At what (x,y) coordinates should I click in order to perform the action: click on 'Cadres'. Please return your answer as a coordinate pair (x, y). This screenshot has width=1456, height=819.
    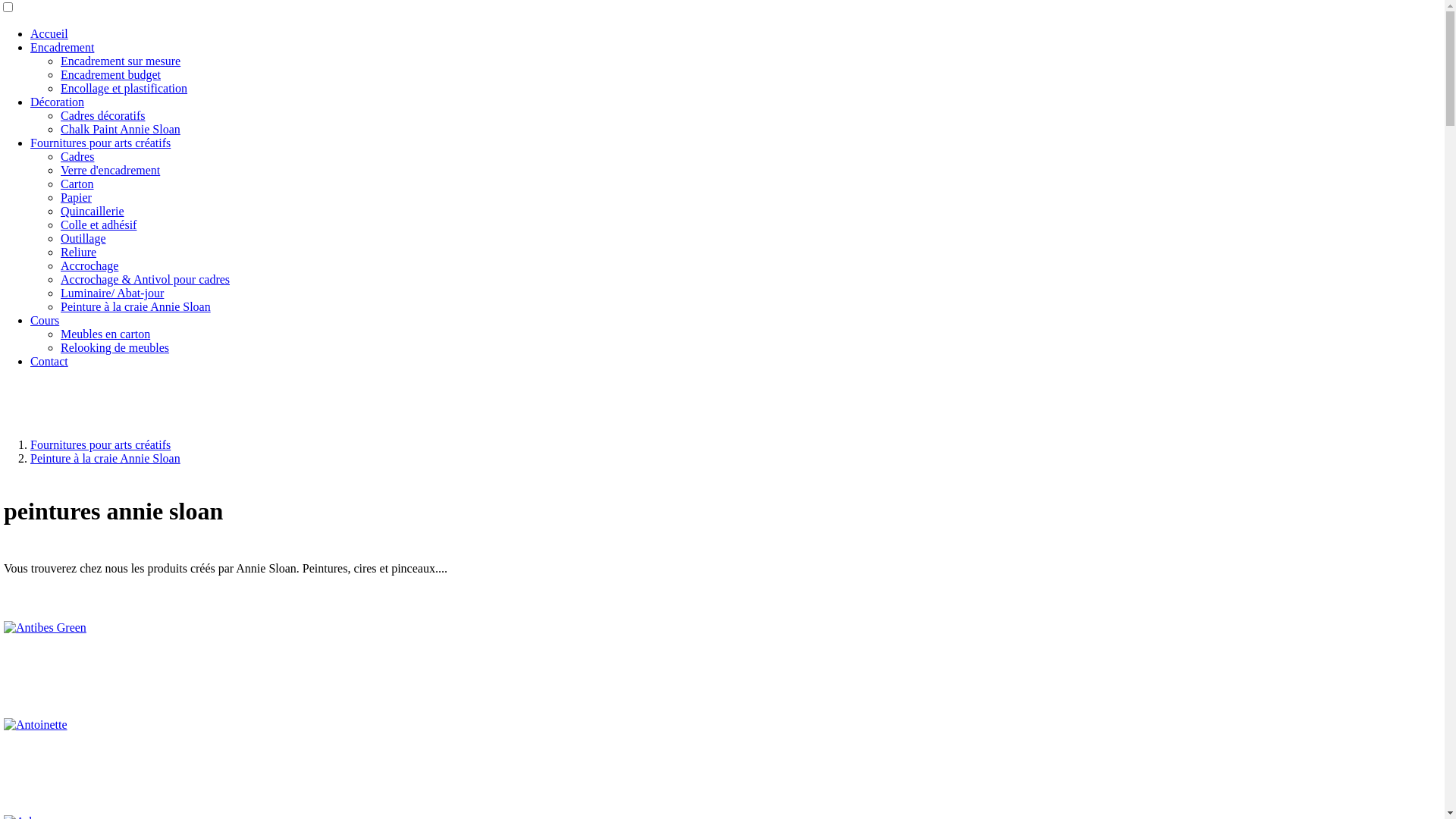
    Looking at the image, I should click on (76, 156).